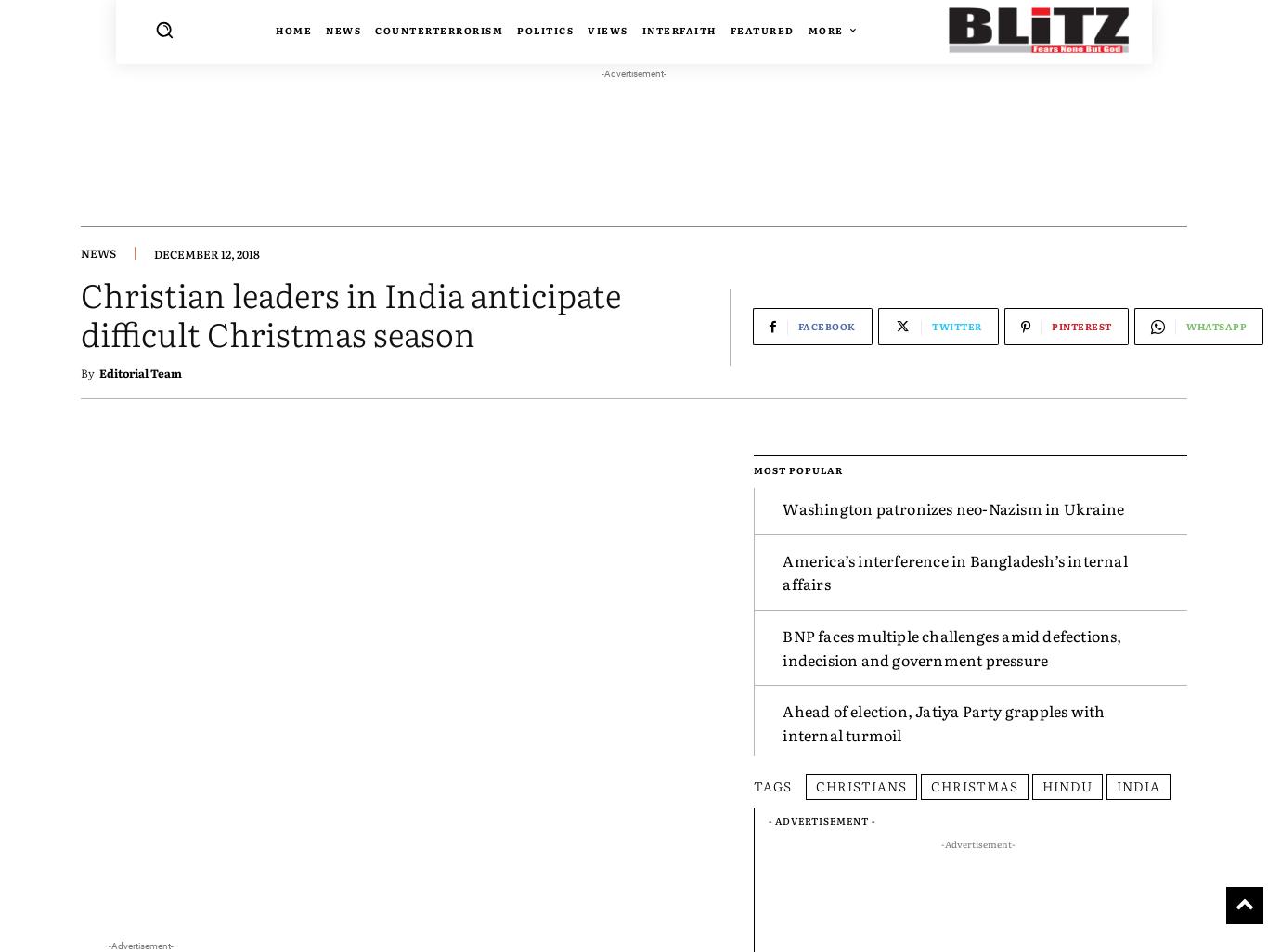 Image resolution: width=1268 pixels, height=952 pixels. Describe the element at coordinates (760, 30) in the screenshot. I see `'Featured'` at that location.